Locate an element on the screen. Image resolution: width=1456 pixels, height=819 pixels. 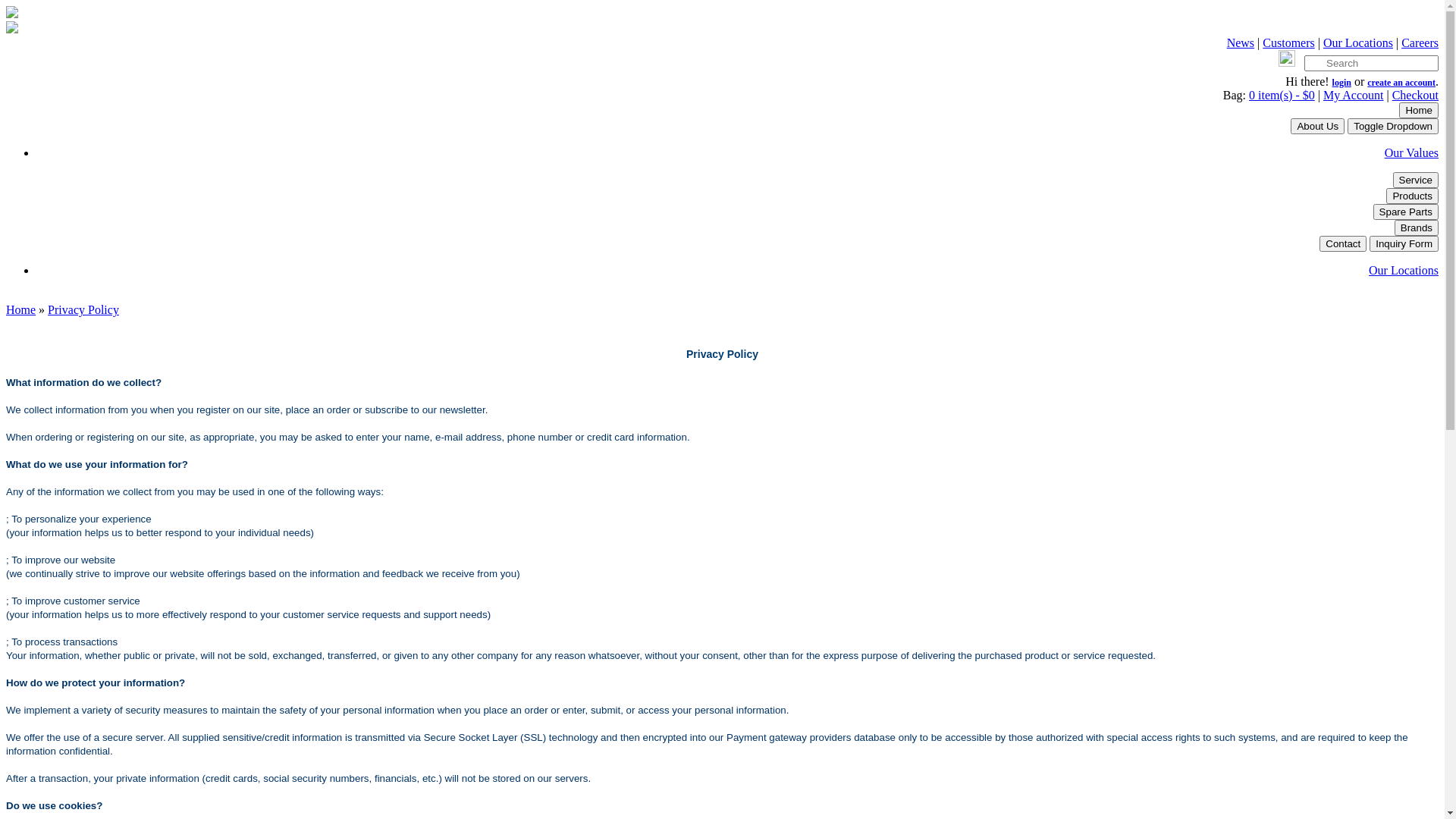
'Our Locations' is located at coordinates (1368, 269).